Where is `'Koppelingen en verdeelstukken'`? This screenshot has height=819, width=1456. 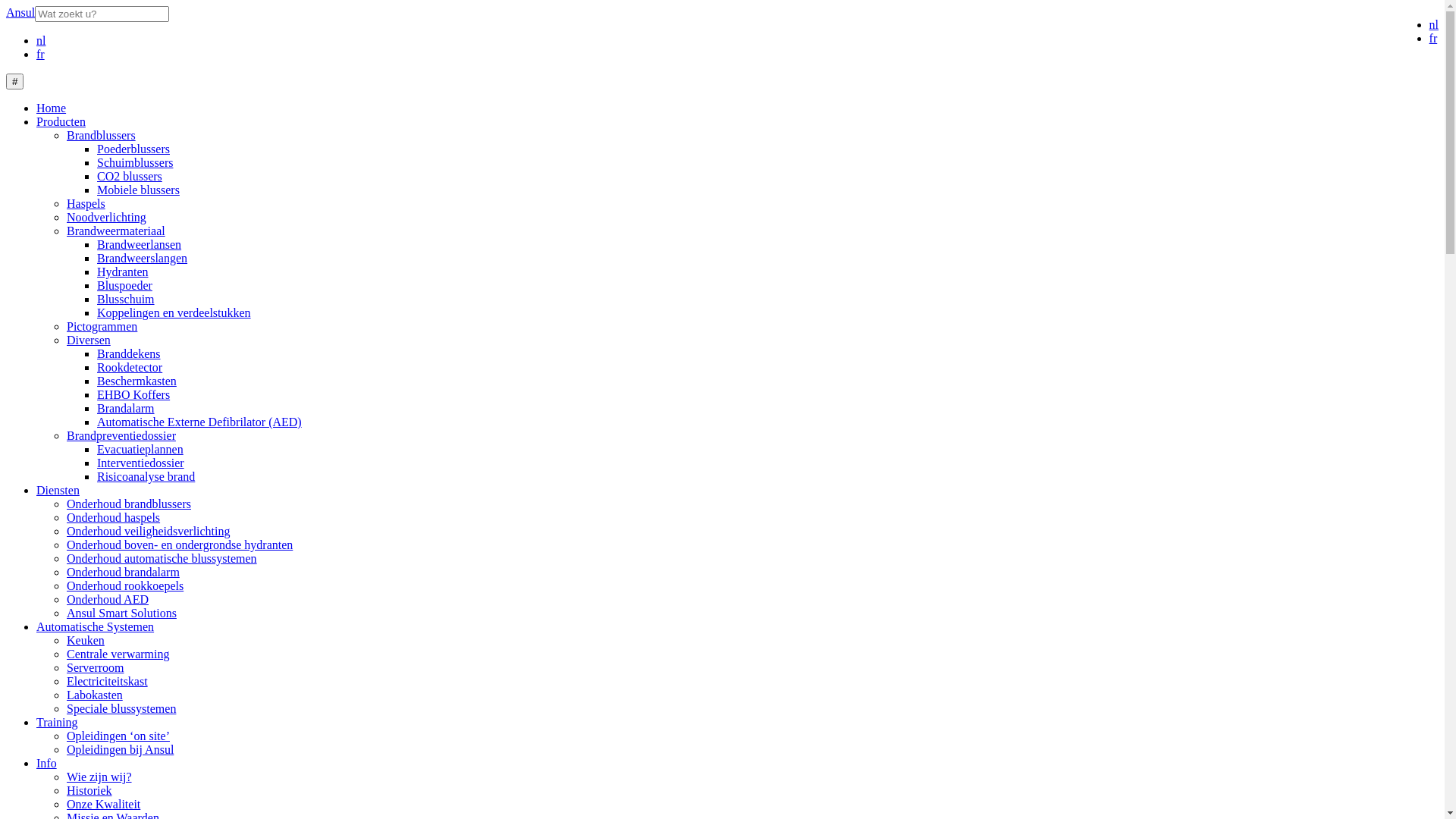 'Koppelingen en verdeelstukken' is located at coordinates (96, 312).